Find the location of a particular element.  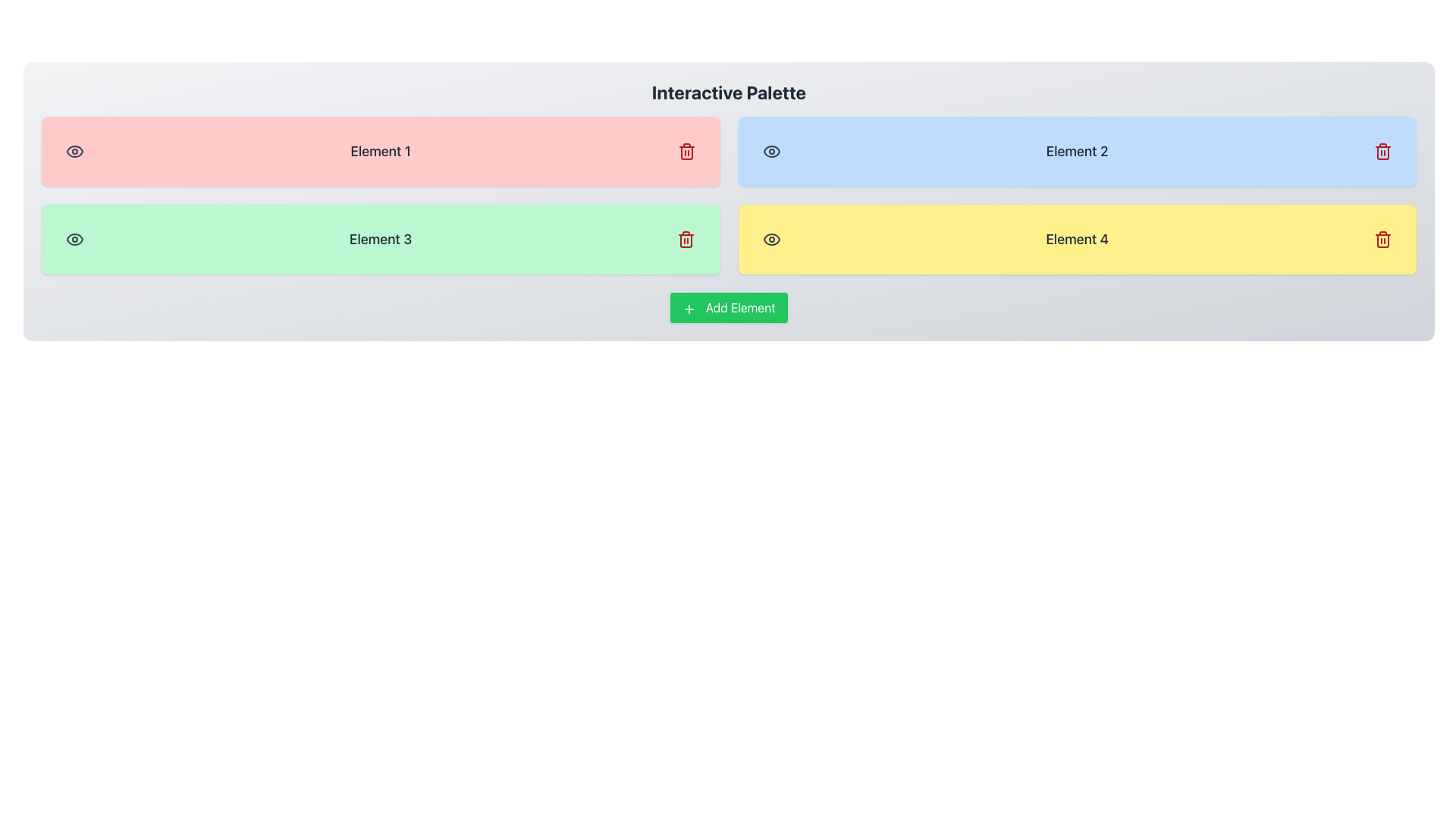

the trash can icon, which represents a delete or remove action, located at the right end of the blue 'Element 2' block is located at coordinates (1383, 152).